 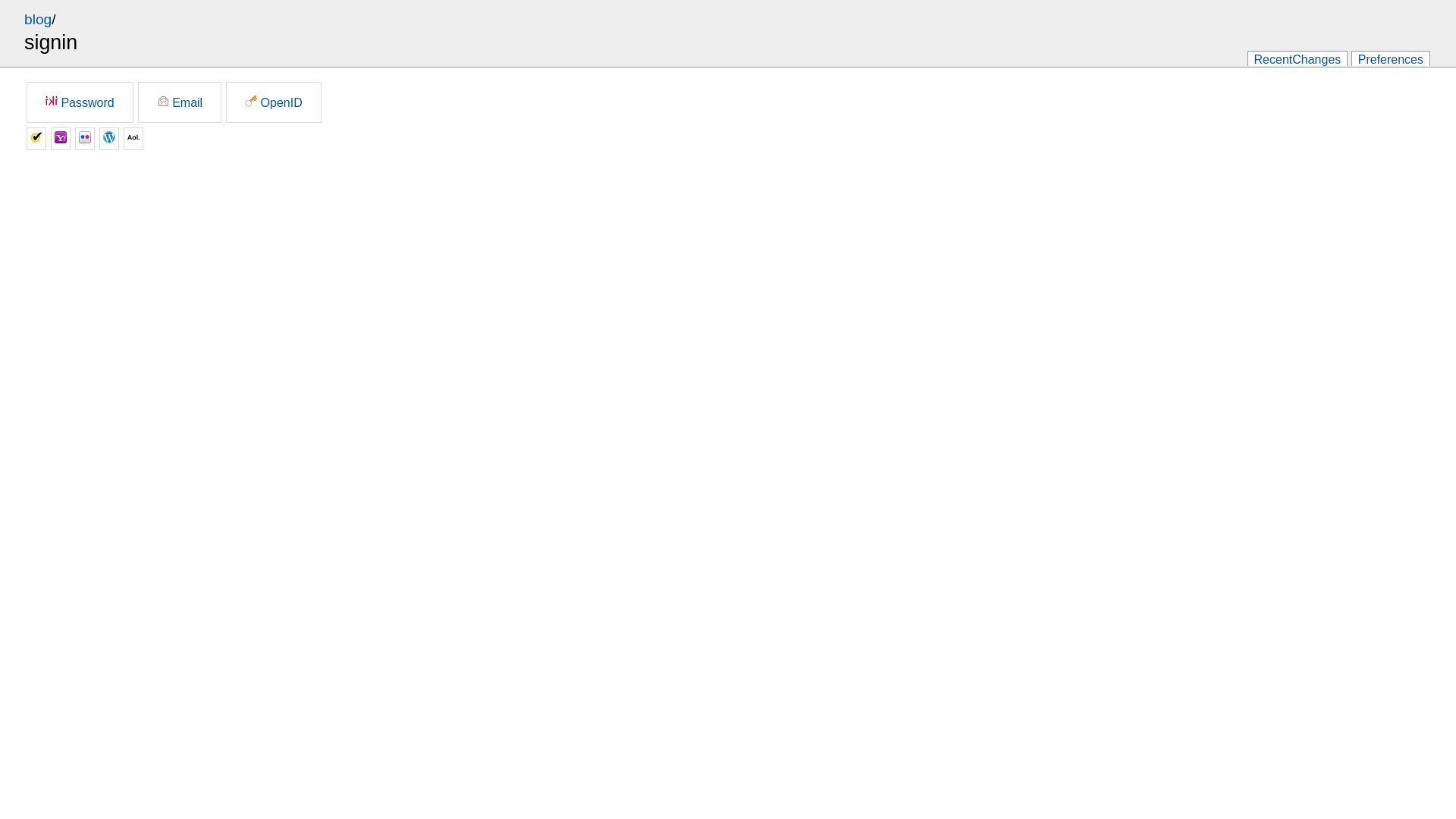 I want to click on 'Preferences', so click(x=1357, y=58).